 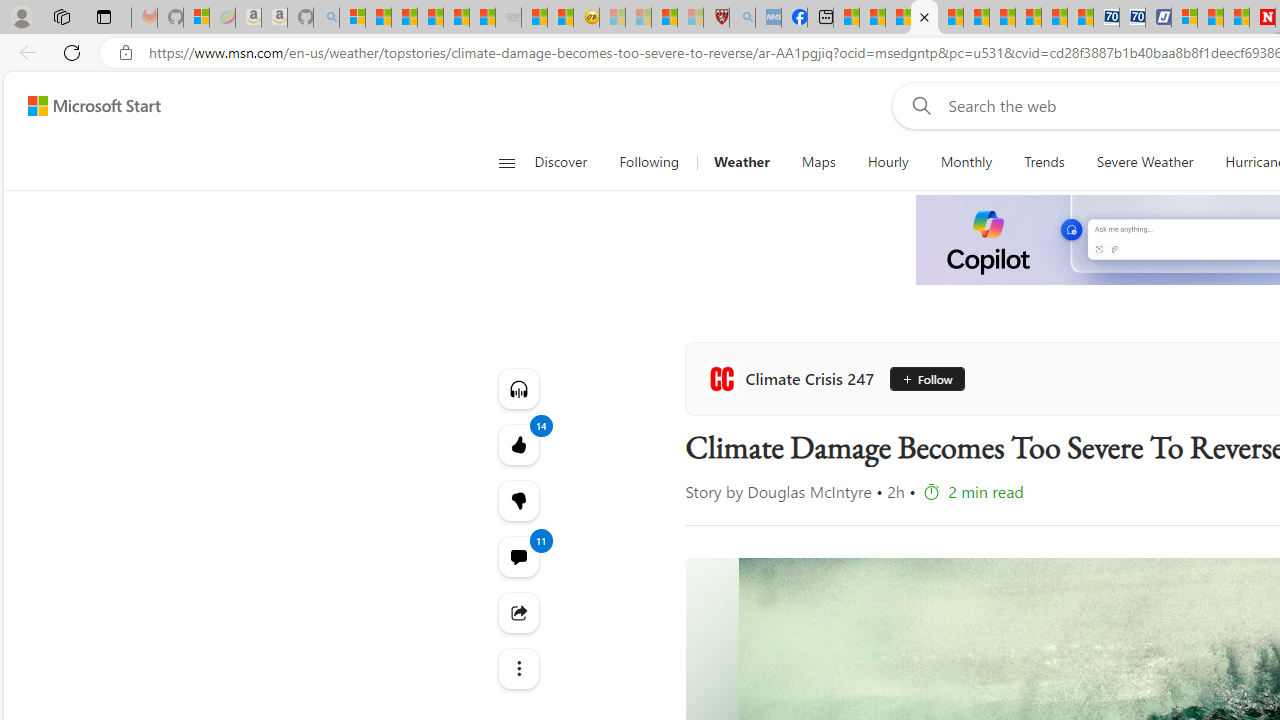 I want to click on 'Combat Siege - Sleeping', so click(x=508, y=17).